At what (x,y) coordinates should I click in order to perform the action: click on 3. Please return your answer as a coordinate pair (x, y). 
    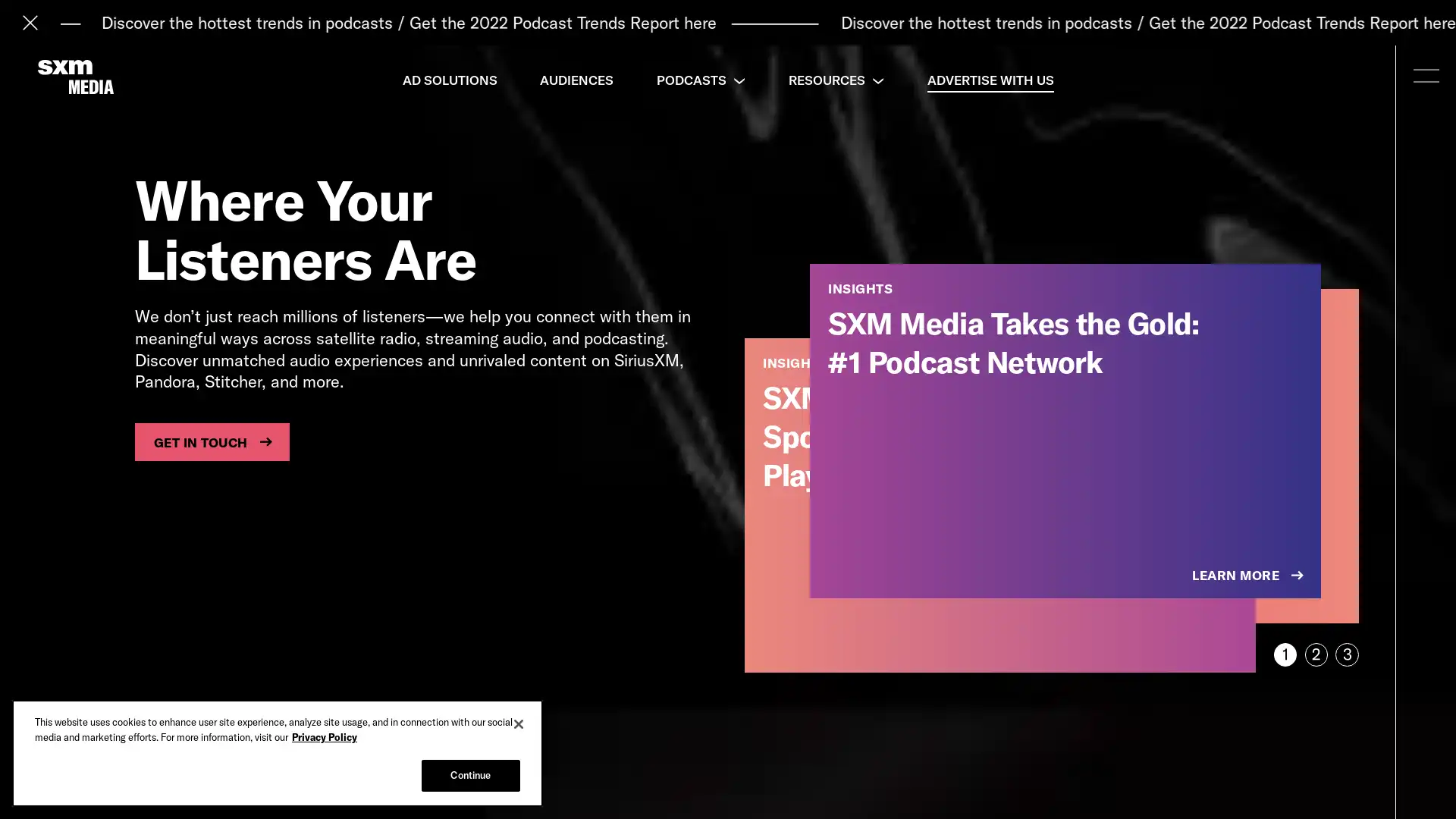
    Looking at the image, I should click on (1347, 654).